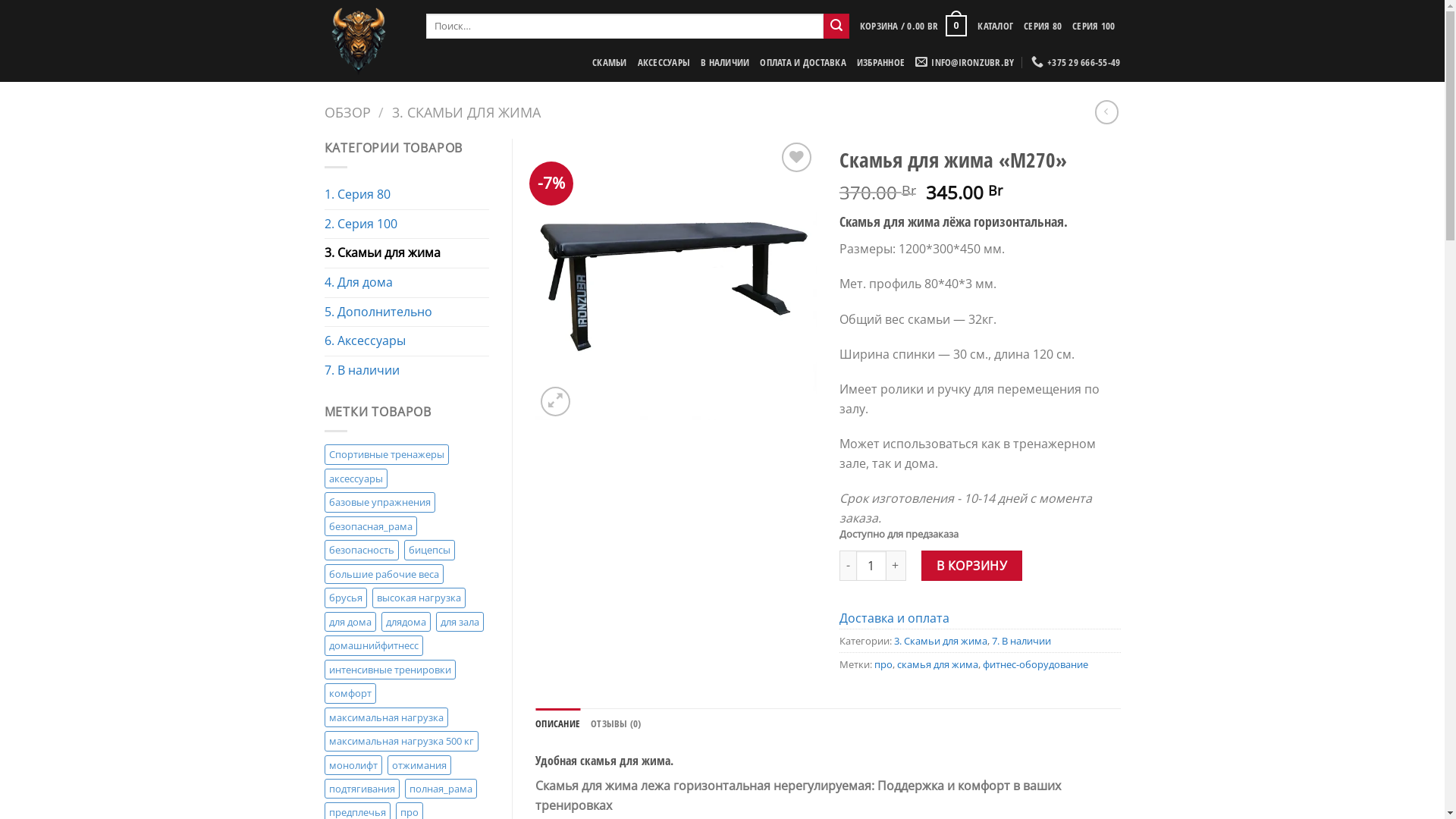 This screenshot has width=1456, height=819. What do you see at coordinates (855, 565) in the screenshot?
I see `'Qty'` at bounding box center [855, 565].